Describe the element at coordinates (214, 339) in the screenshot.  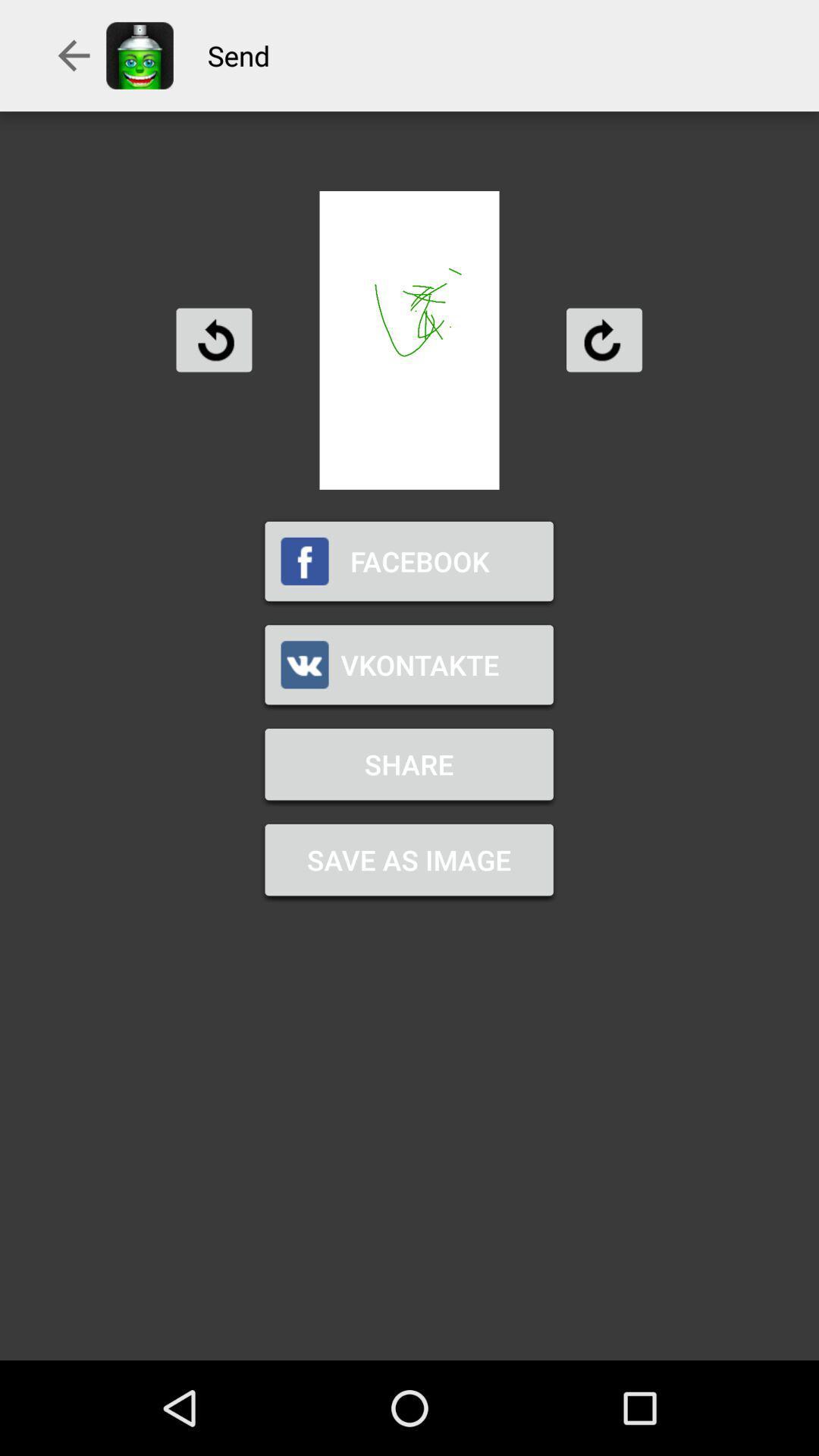
I see `the icon above the facebook item` at that location.